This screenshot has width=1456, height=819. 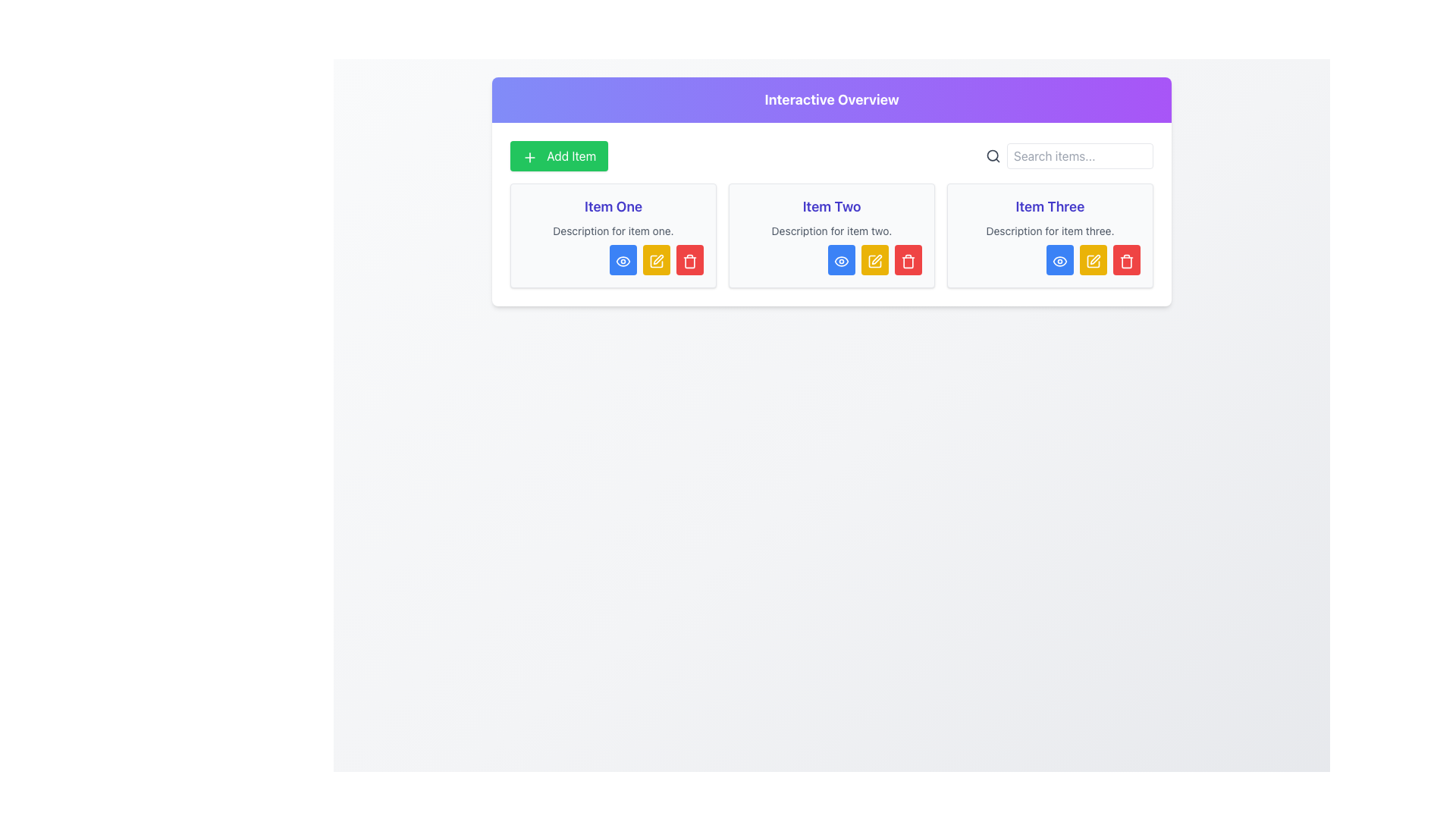 What do you see at coordinates (1093, 259) in the screenshot?
I see `the second button from the left in the set of three action buttons under the 'Item Three' header to initiate edit actions for the associated item` at bounding box center [1093, 259].